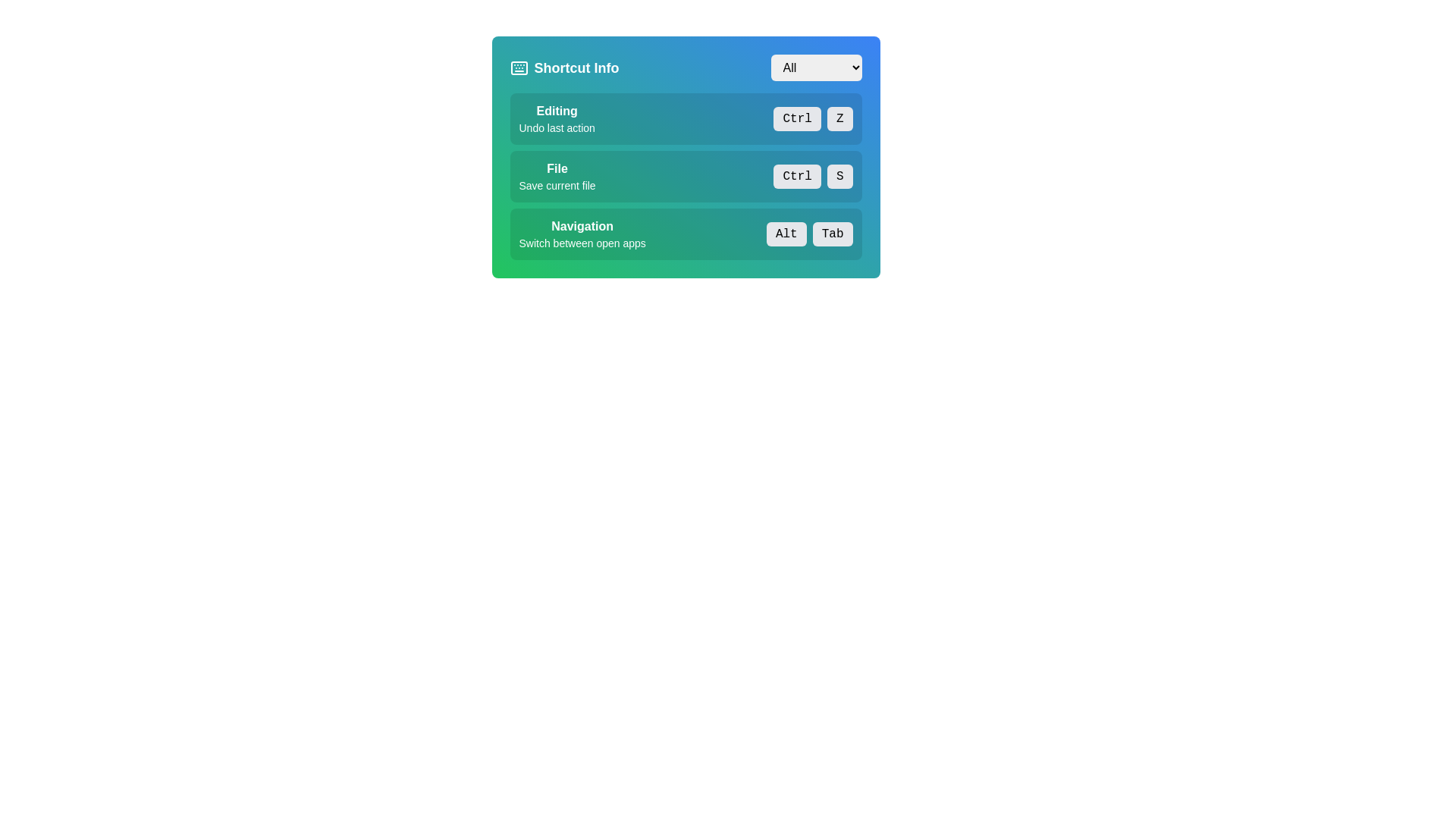 Image resolution: width=1456 pixels, height=819 pixels. Describe the element at coordinates (839, 175) in the screenshot. I see `the Label element displaying the letter 'S' in the center, which is a grey rounded rectangle located to the right of the 'Ctrl' label in the Shortcut Info section` at that location.